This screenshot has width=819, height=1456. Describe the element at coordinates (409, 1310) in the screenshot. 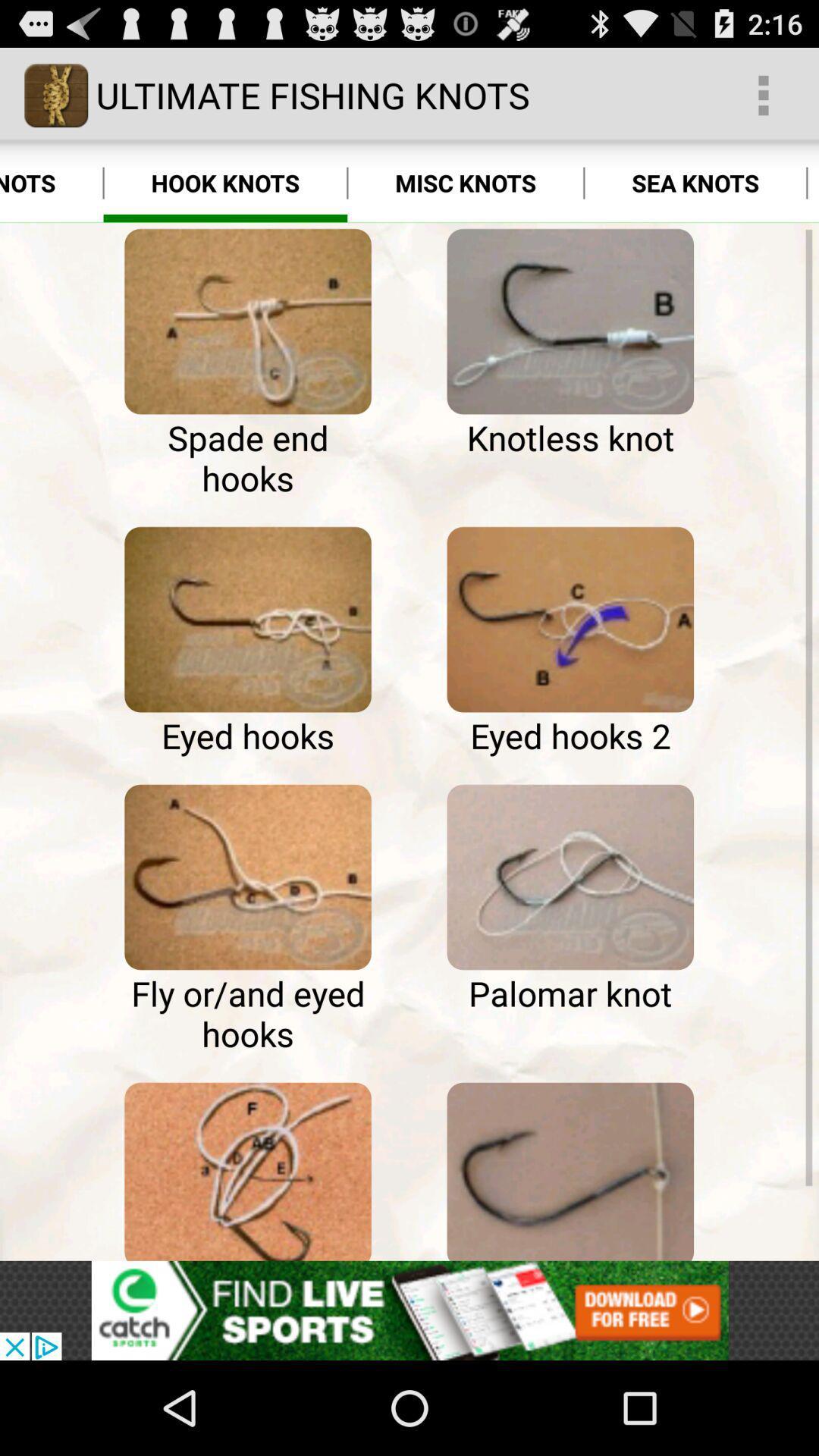

I see `advertisement page` at that location.